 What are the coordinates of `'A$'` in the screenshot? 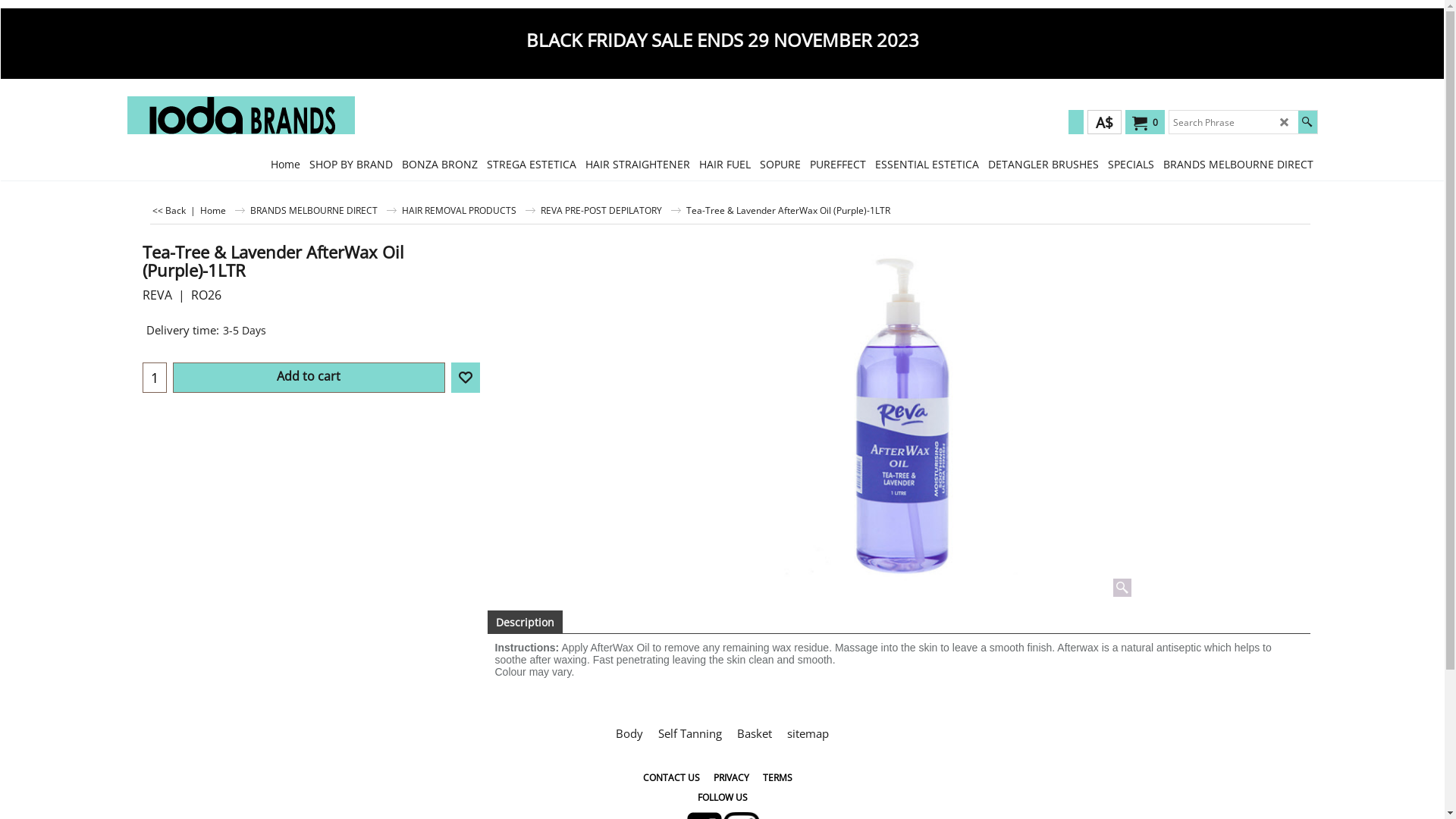 It's located at (1104, 121).